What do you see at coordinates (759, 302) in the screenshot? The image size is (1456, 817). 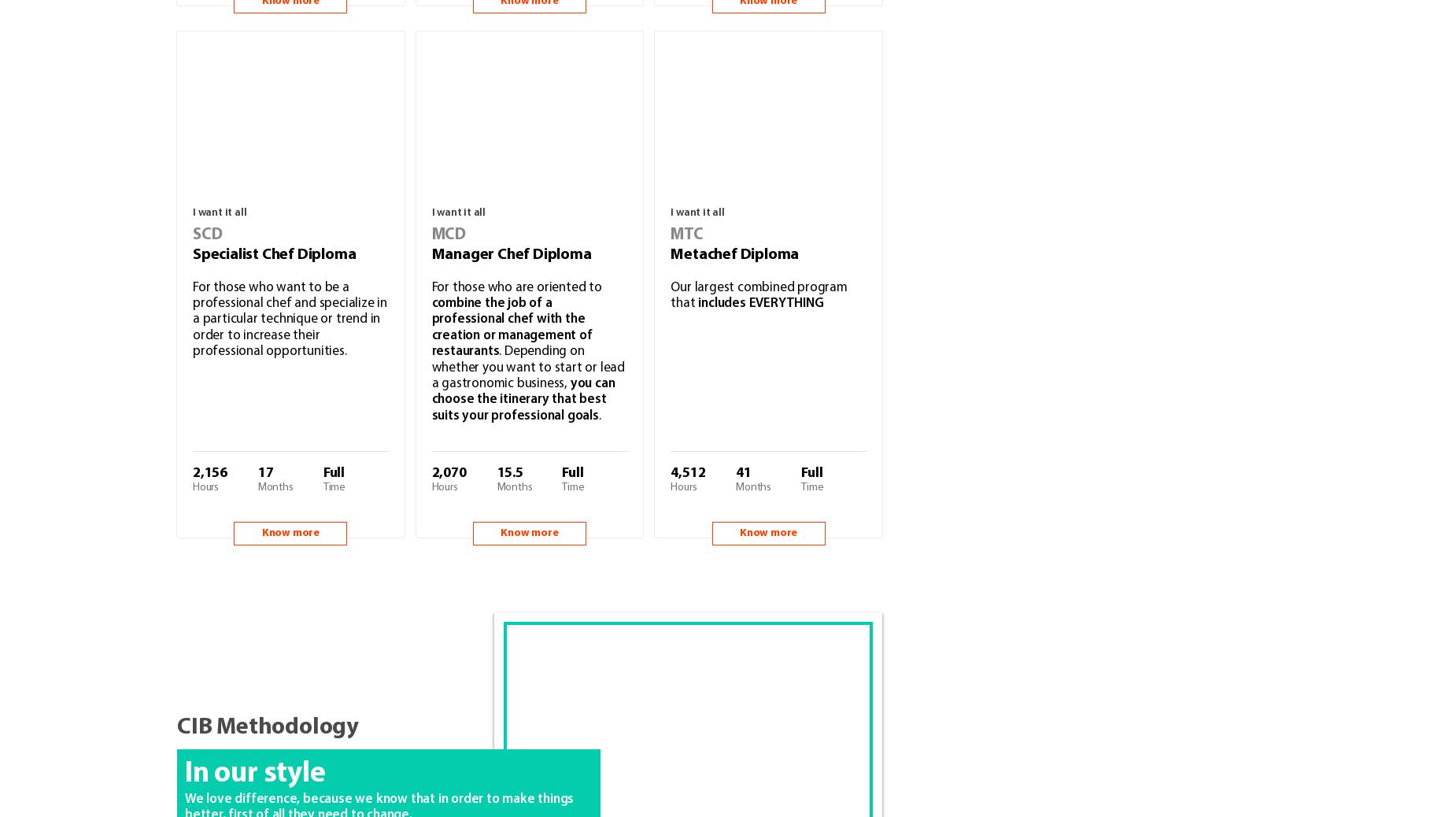 I see `'includes EVERYTHING'` at bounding box center [759, 302].